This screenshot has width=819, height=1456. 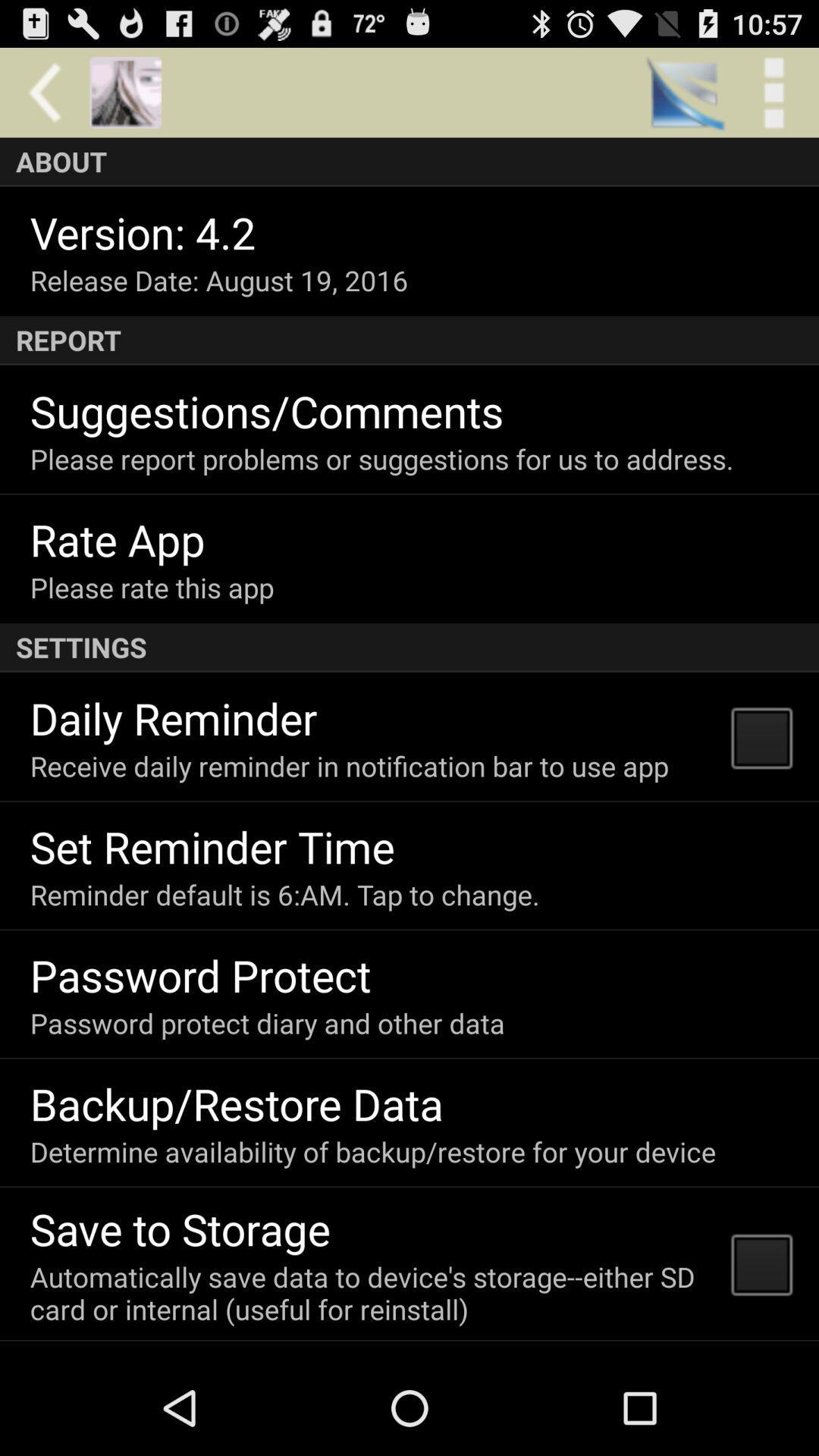 I want to click on the settings item, so click(x=409, y=648).